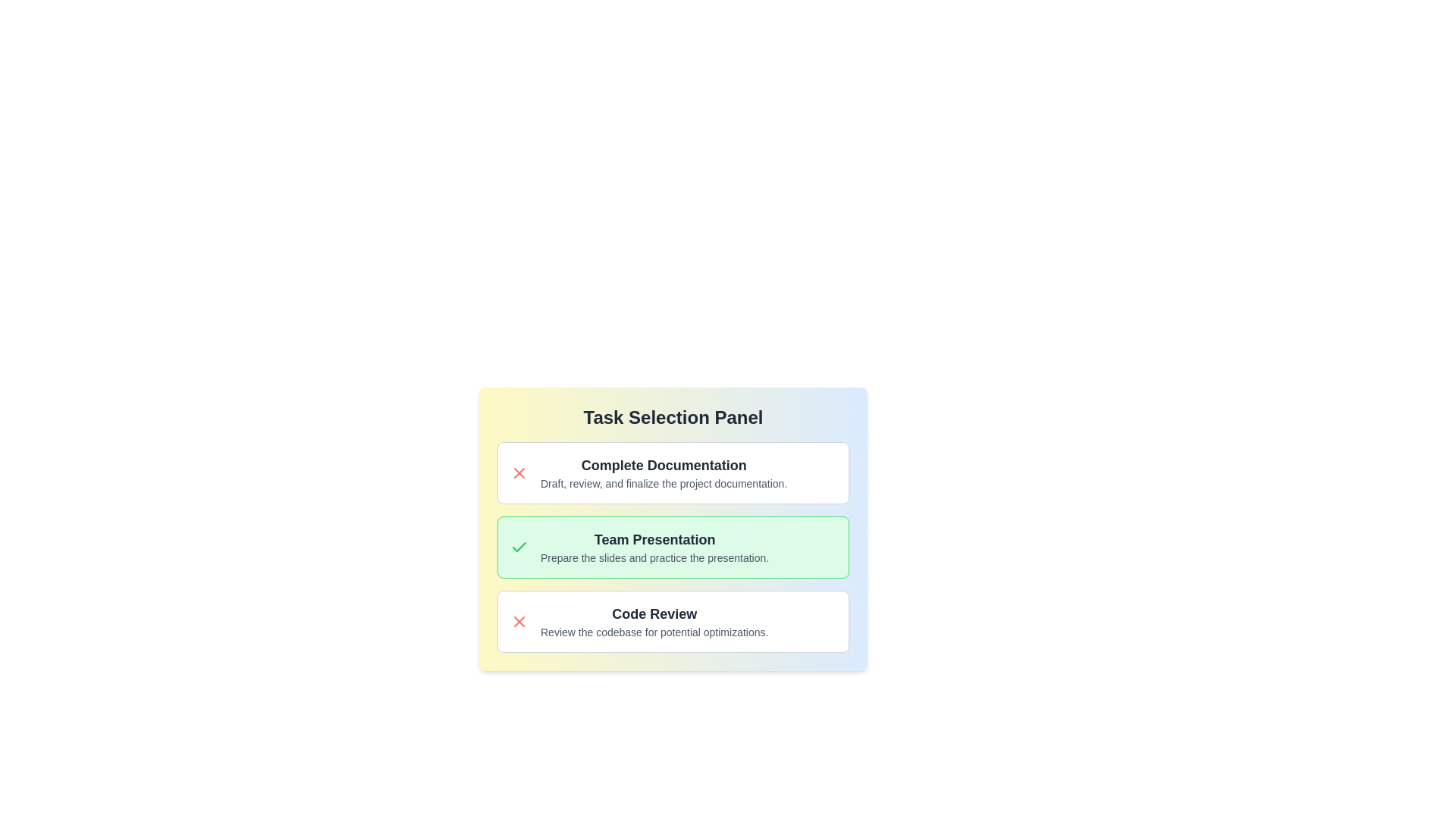 This screenshot has width=1456, height=819. What do you see at coordinates (664, 472) in the screenshot?
I see `the informative label displaying 'Complete Documentation' which describes the task of drafting, reviewing, and finalizing project documentation` at bounding box center [664, 472].